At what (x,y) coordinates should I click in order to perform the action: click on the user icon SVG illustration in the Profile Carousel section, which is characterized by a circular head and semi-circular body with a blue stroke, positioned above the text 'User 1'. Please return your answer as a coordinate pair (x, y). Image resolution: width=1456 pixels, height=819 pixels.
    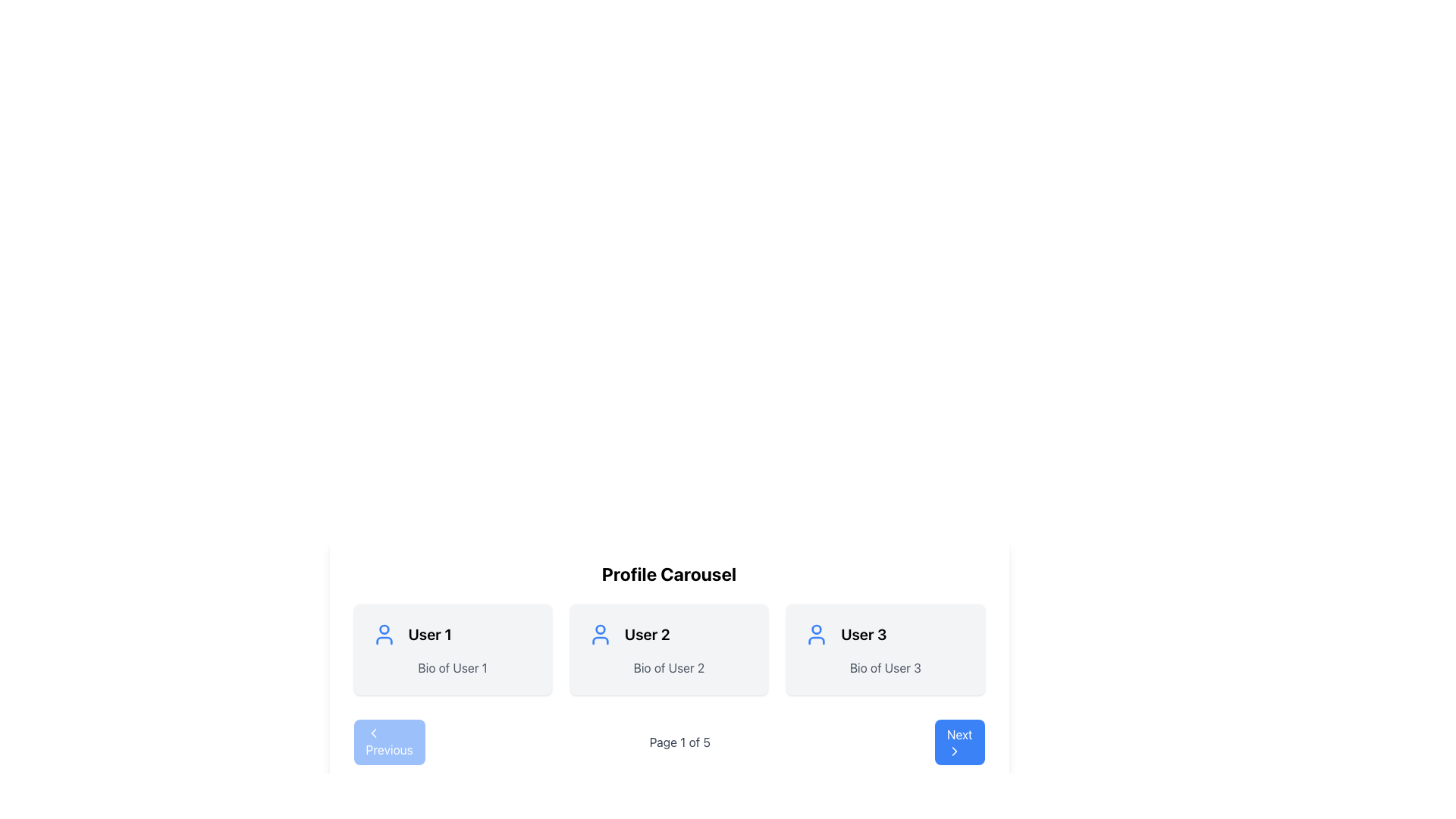
    Looking at the image, I should click on (384, 635).